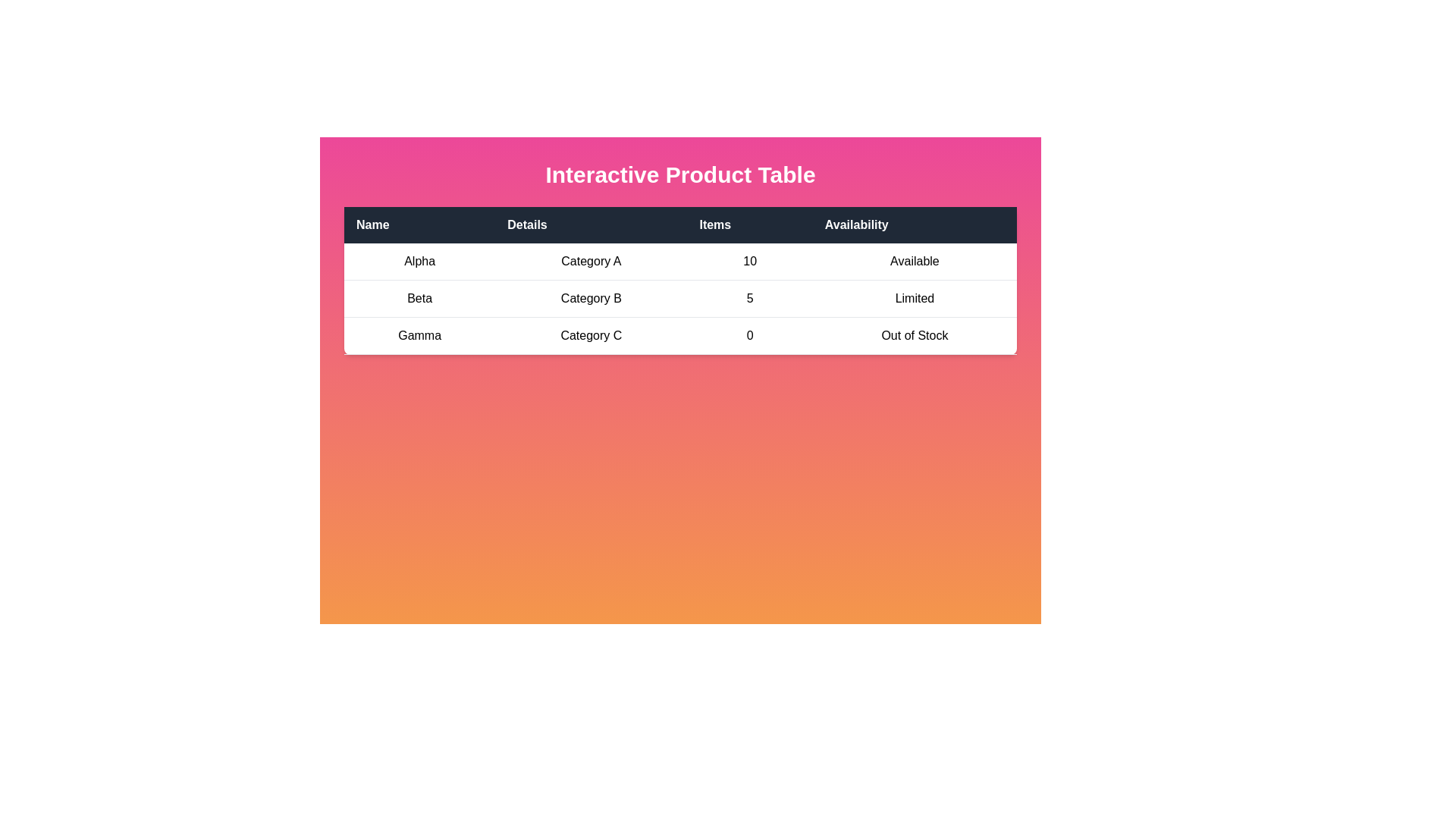 This screenshot has width=1456, height=819. Describe the element at coordinates (750, 298) in the screenshot. I see `the content of the cell representing the count or quantity of items related to 'Category B' in the table layout` at that location.